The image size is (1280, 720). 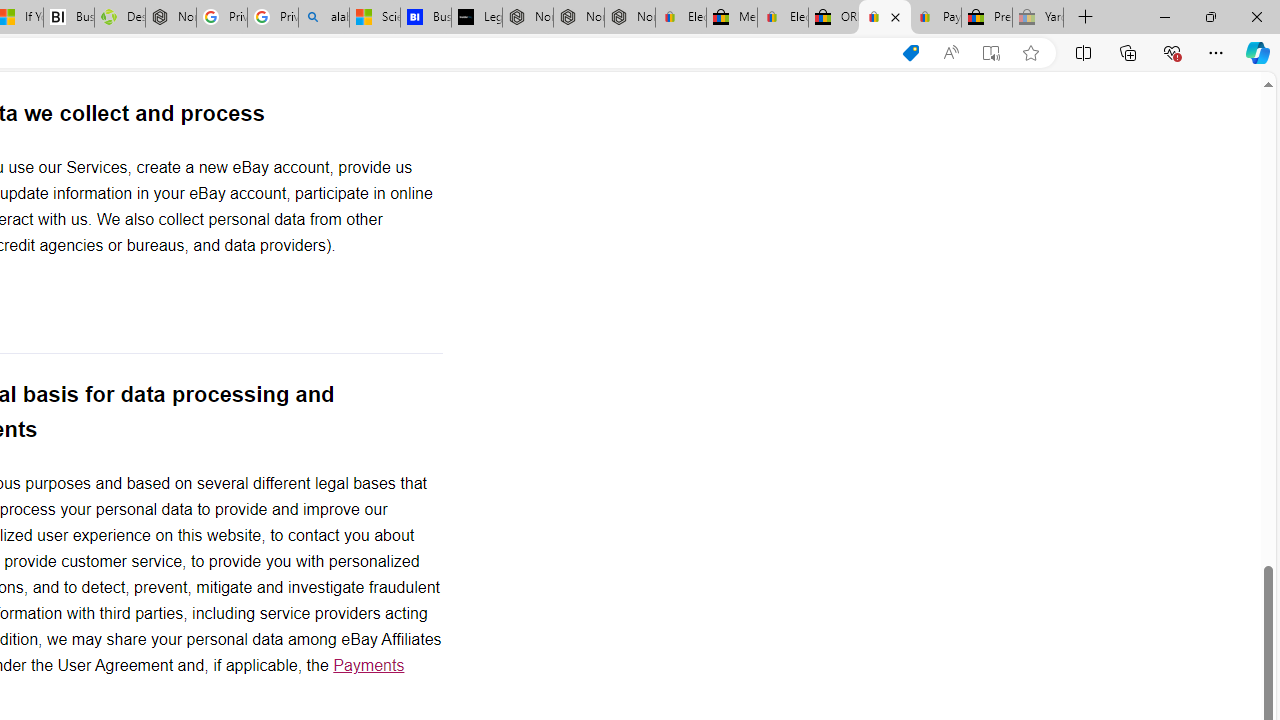 What do you see at coordinates (909, 52) in the screenshot?
I see `'This site has coupons! Shopping in Microsoft Edge'` at bounding box center [909, 52].